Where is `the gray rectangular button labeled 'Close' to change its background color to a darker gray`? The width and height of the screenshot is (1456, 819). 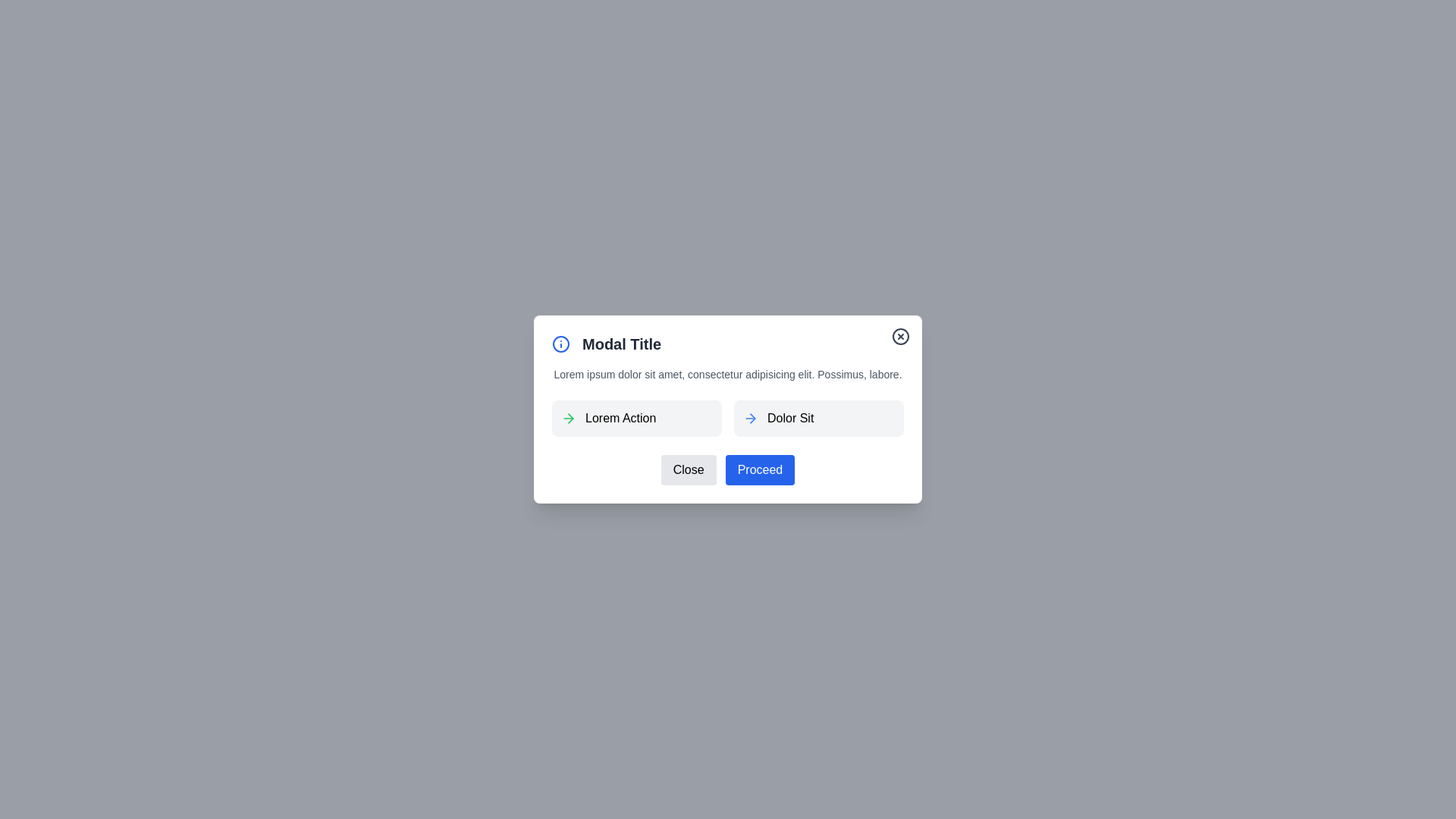
the gray rectangular button labeled 'Close' to change its background color to a darker gray is located at coordinates (688, 469).